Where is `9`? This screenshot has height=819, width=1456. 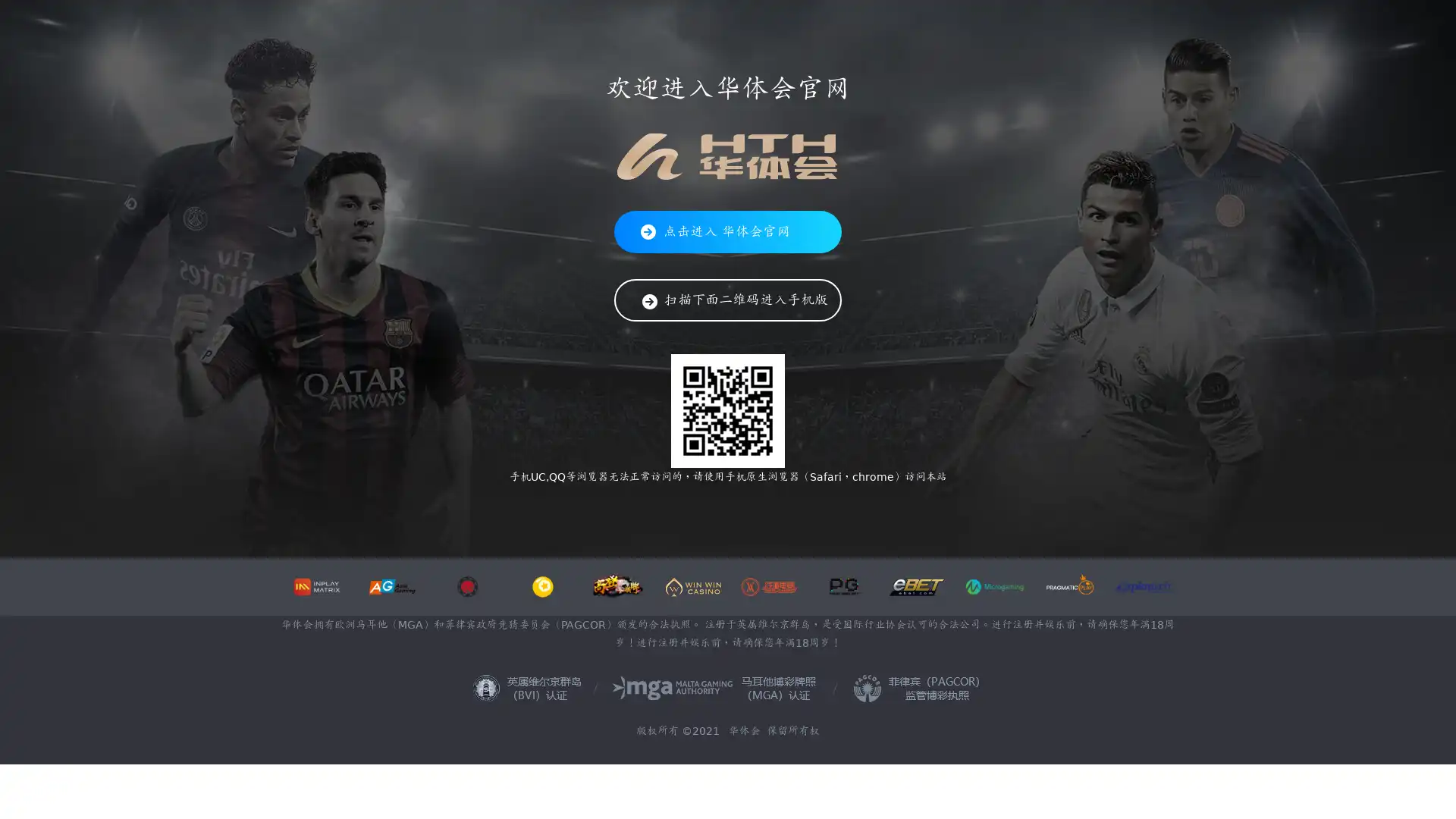 9 is located at coordinates (718, 505).